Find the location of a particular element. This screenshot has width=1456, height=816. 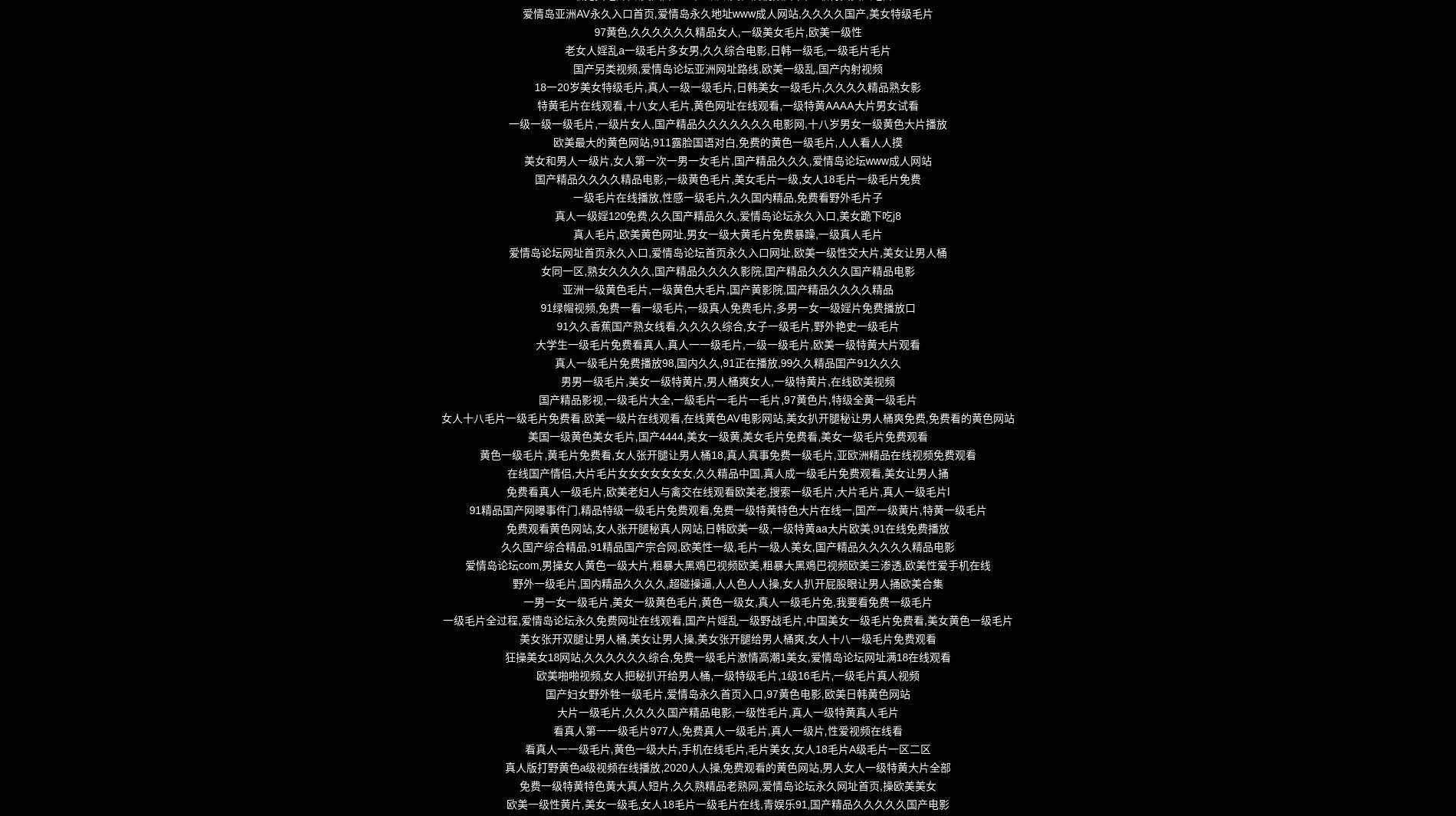

'一级毛片全过程,爱情岛论坛永久免费网址在线观看,国产片婬乱一级野战毛片,中国美女一级毛片免费看,美女黄色一级毛片' is located at coordinates (726, 621).